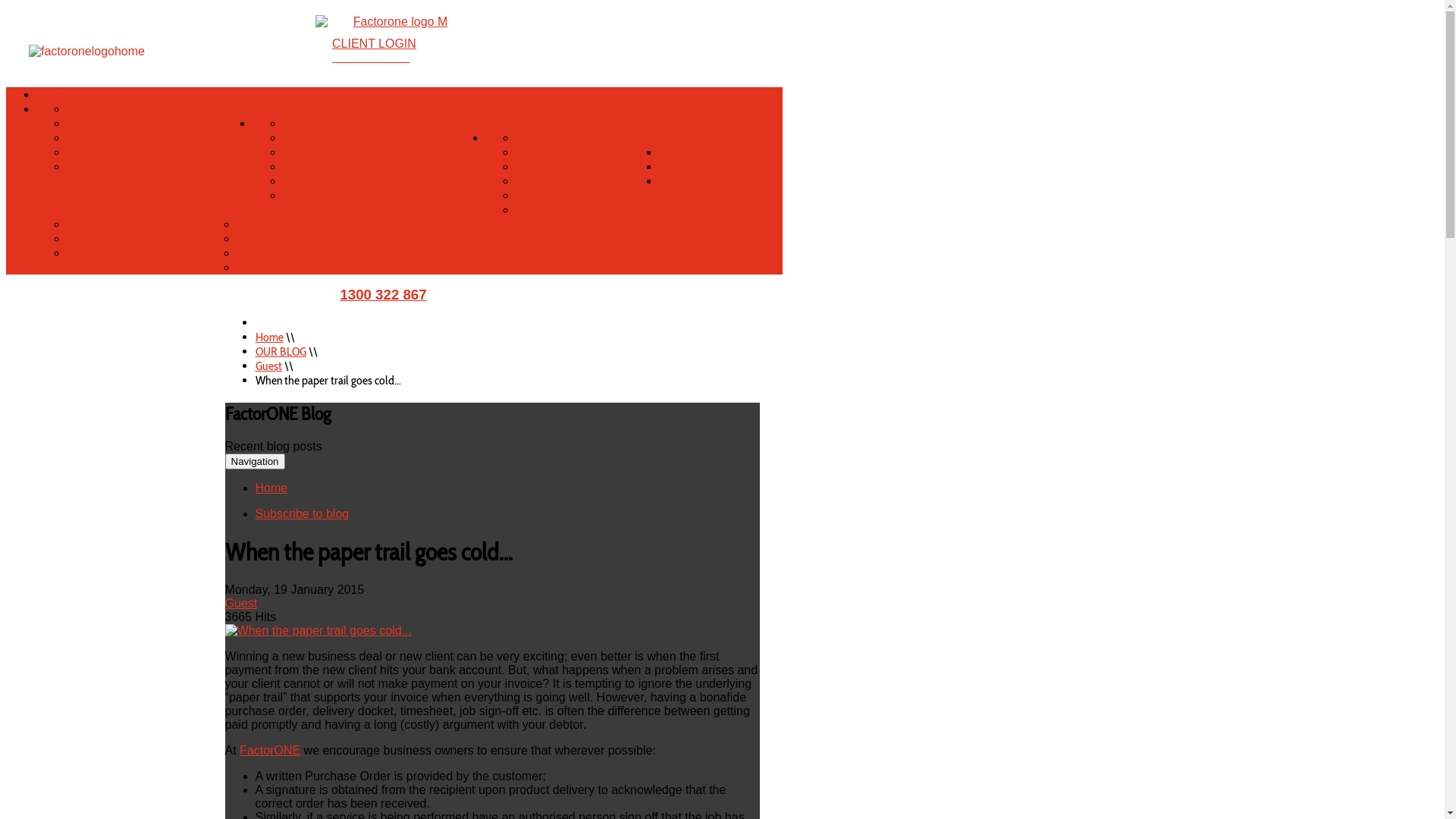 This screenshot has height=819, width=1456. I want to click on 'Subscribe to blog', so click(302, 513).